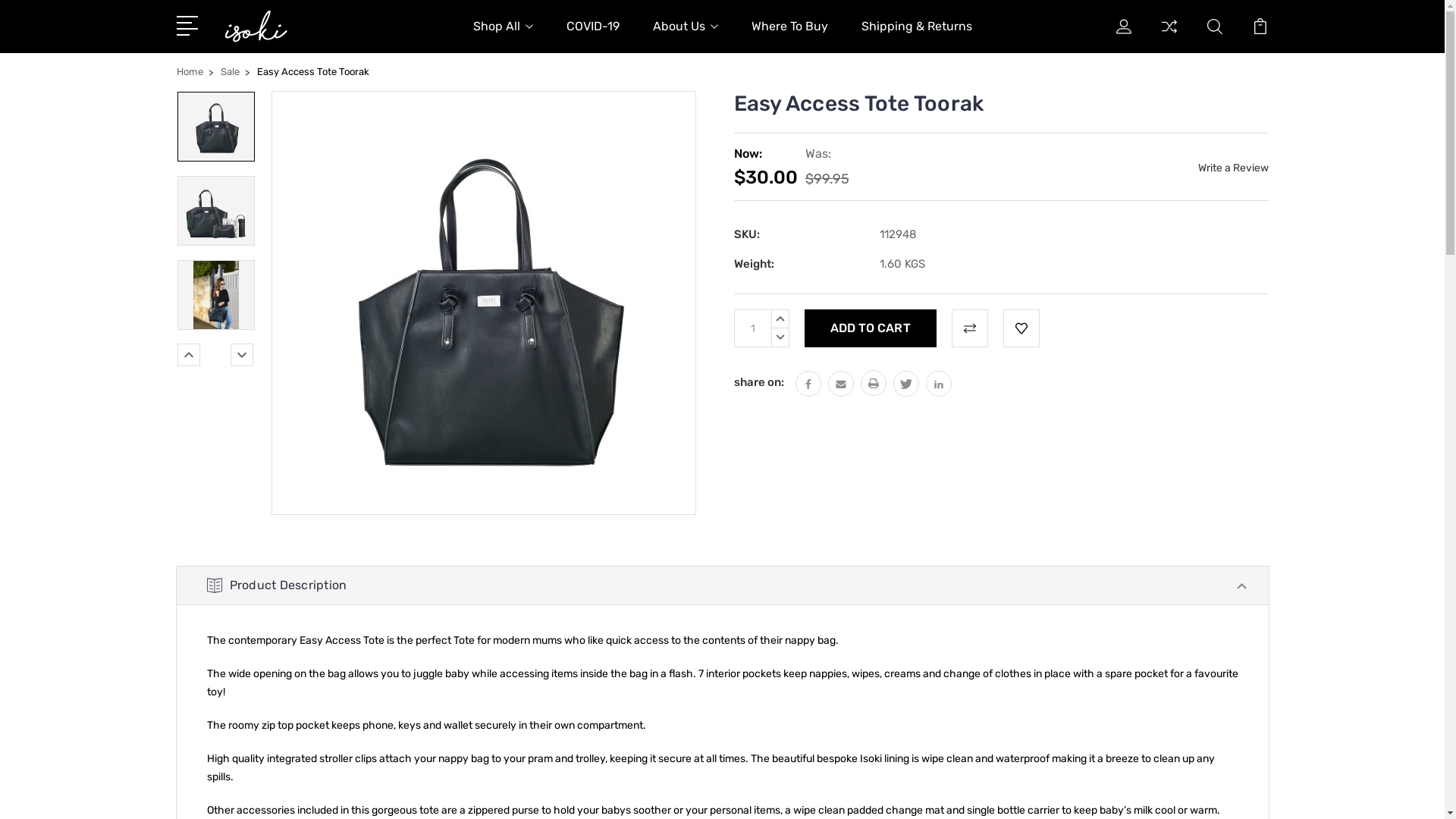 The height and width of the screenshot is (819, 1456). Describe the element at coordinates (1233, 168) in the screenshot. I see `'Write a Review'` at that location.